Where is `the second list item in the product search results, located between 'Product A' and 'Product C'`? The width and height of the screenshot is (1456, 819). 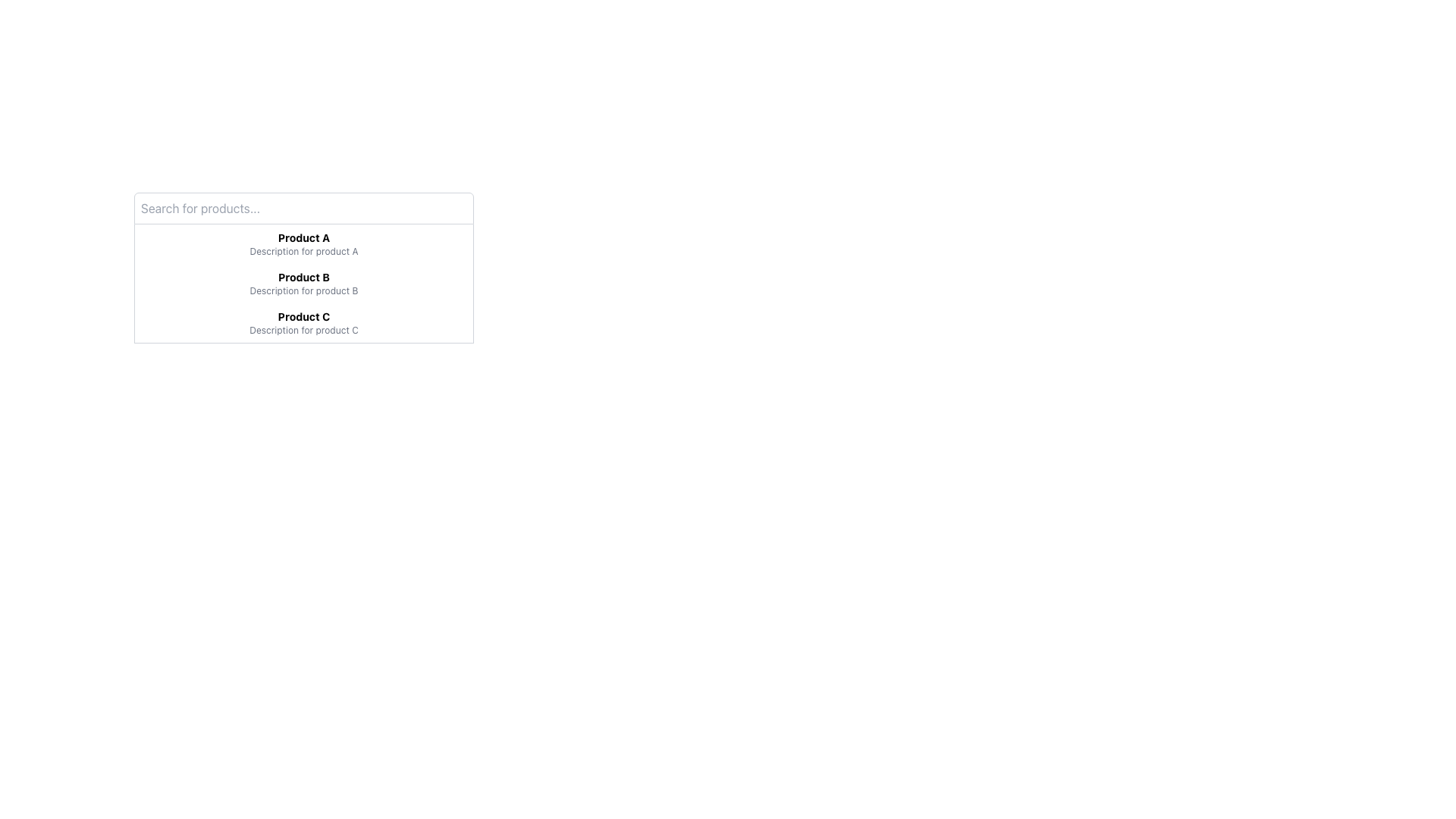
the second list item in the product search results, located between 'Product A' and 'Product C' is located at coordinates (303, 284).